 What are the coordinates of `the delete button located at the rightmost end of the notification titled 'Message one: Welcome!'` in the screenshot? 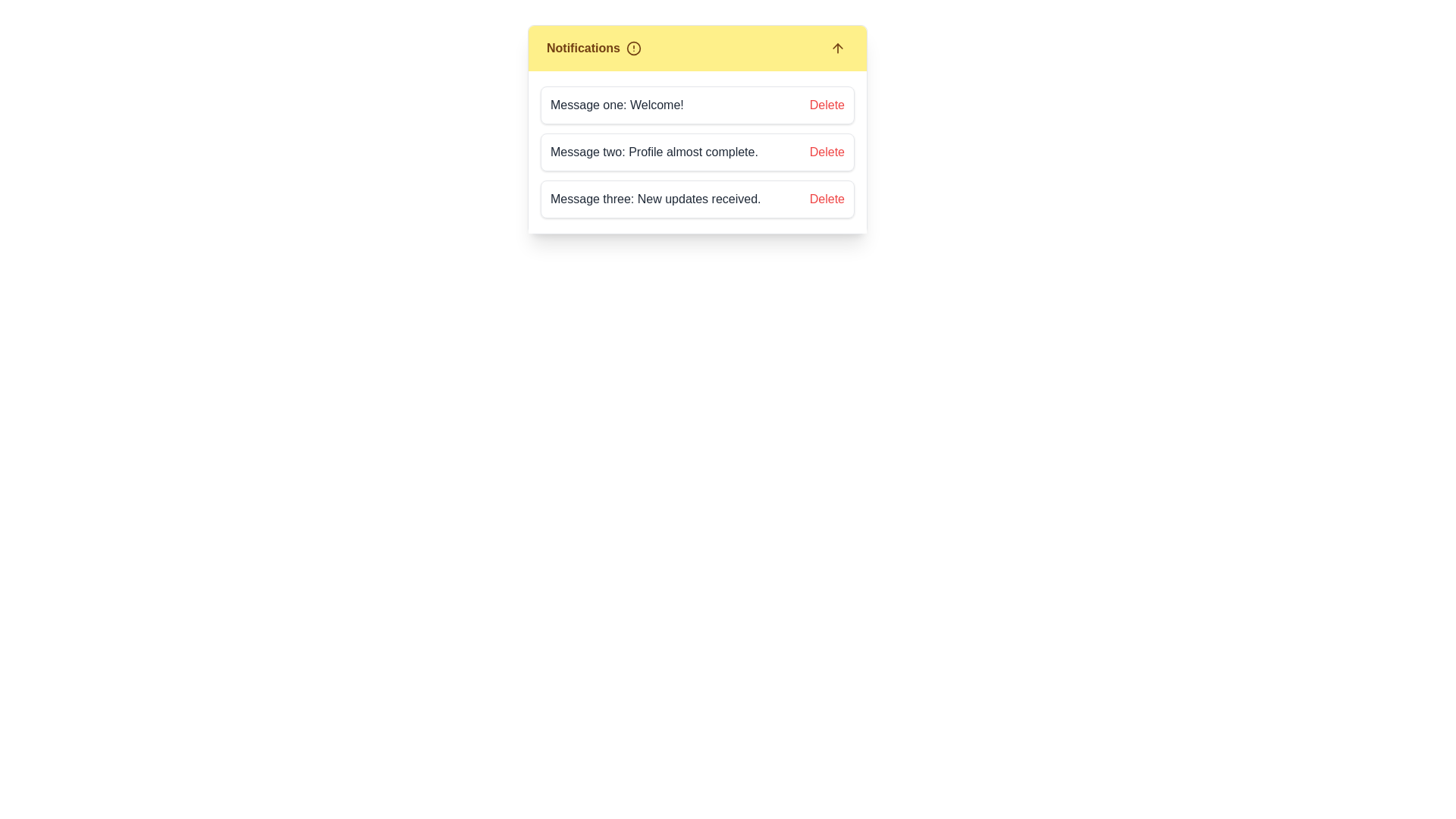 It's located at (826, 104).